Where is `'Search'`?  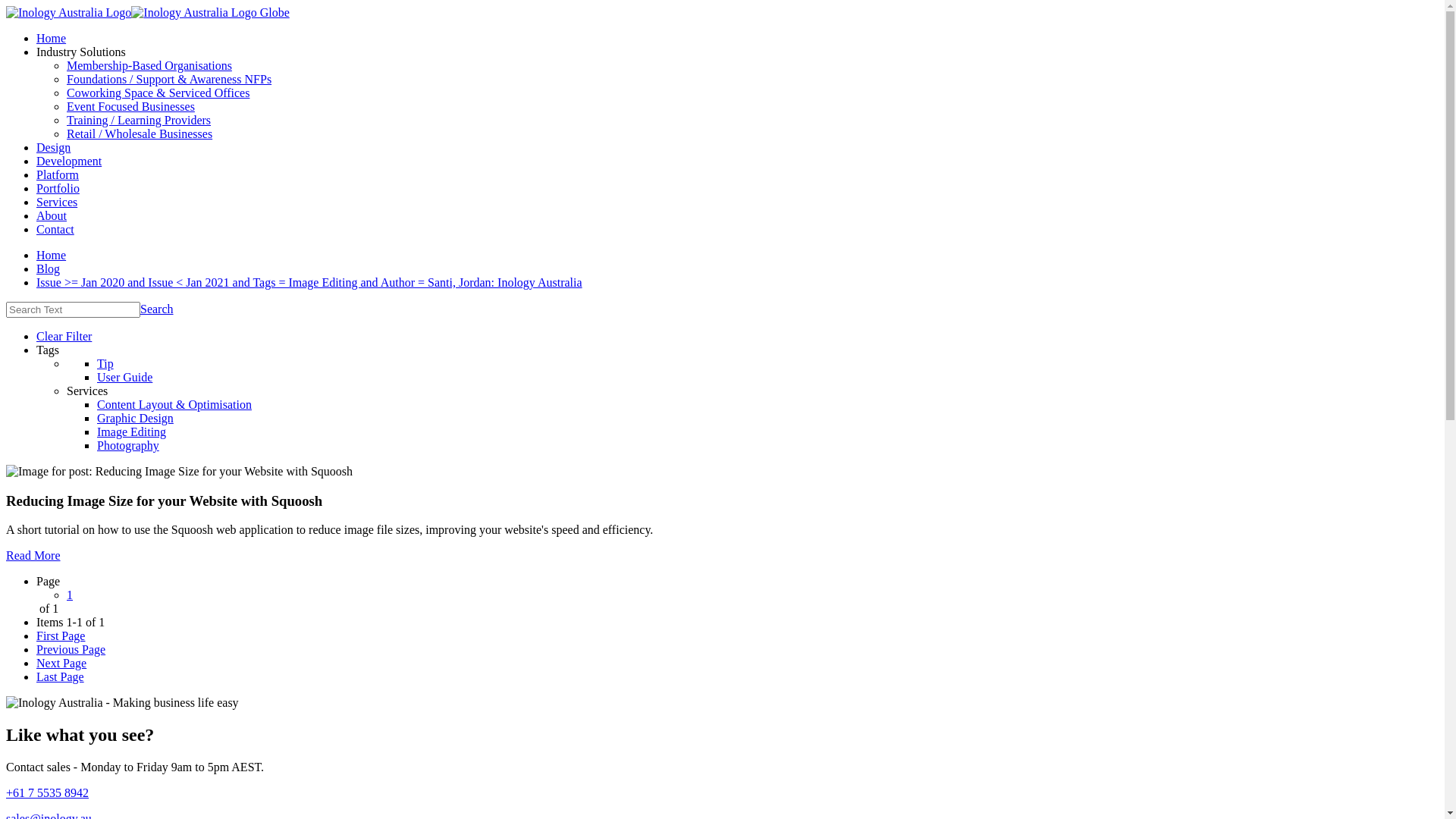
'Search' is located at coordinates (156, 308).